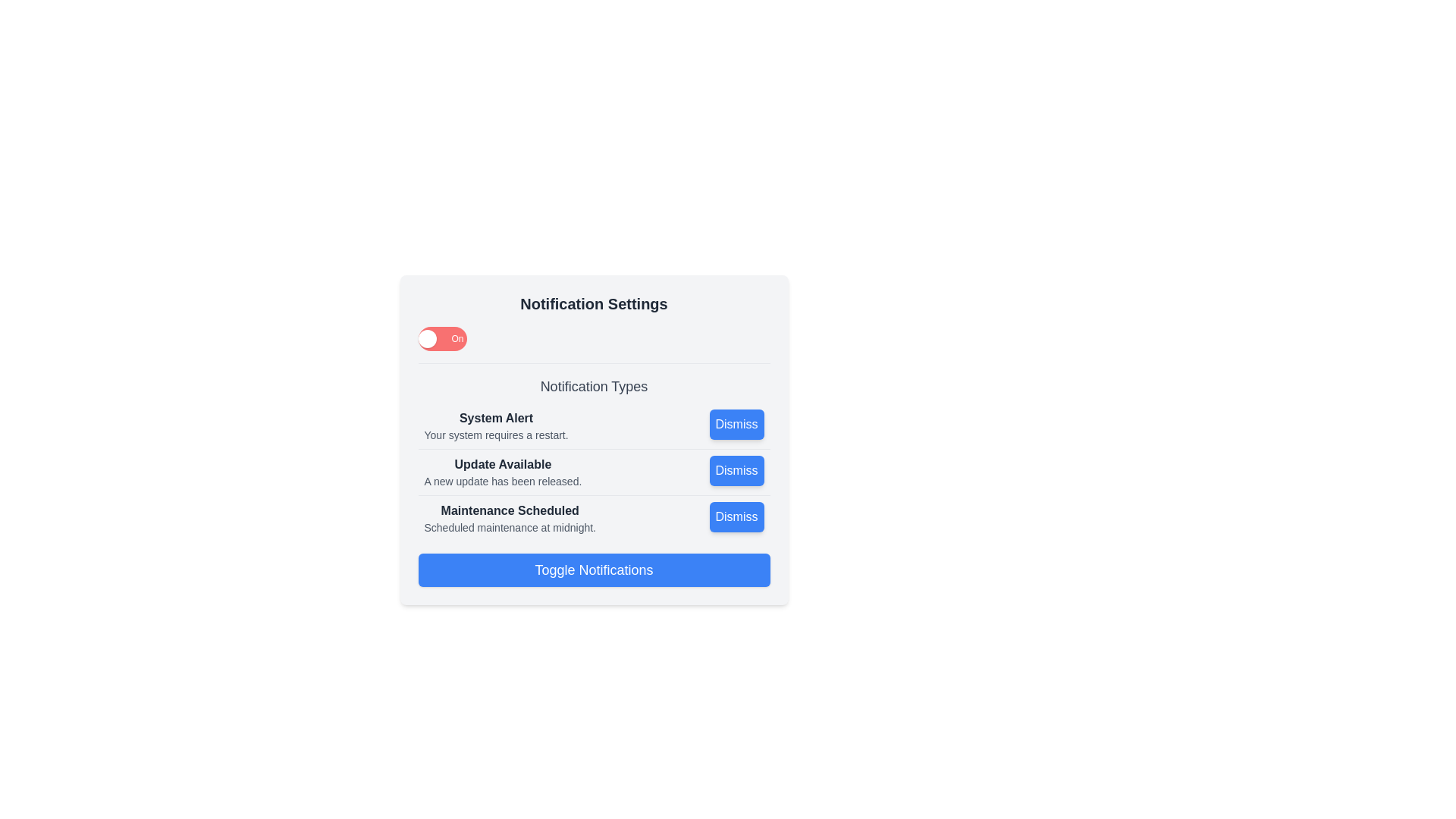 The width and height of the screenshot is (1456, 819). I want to click on the dismiss button located at the bottom right corner of the notification card titled 'Update Available', so click(736, 470).